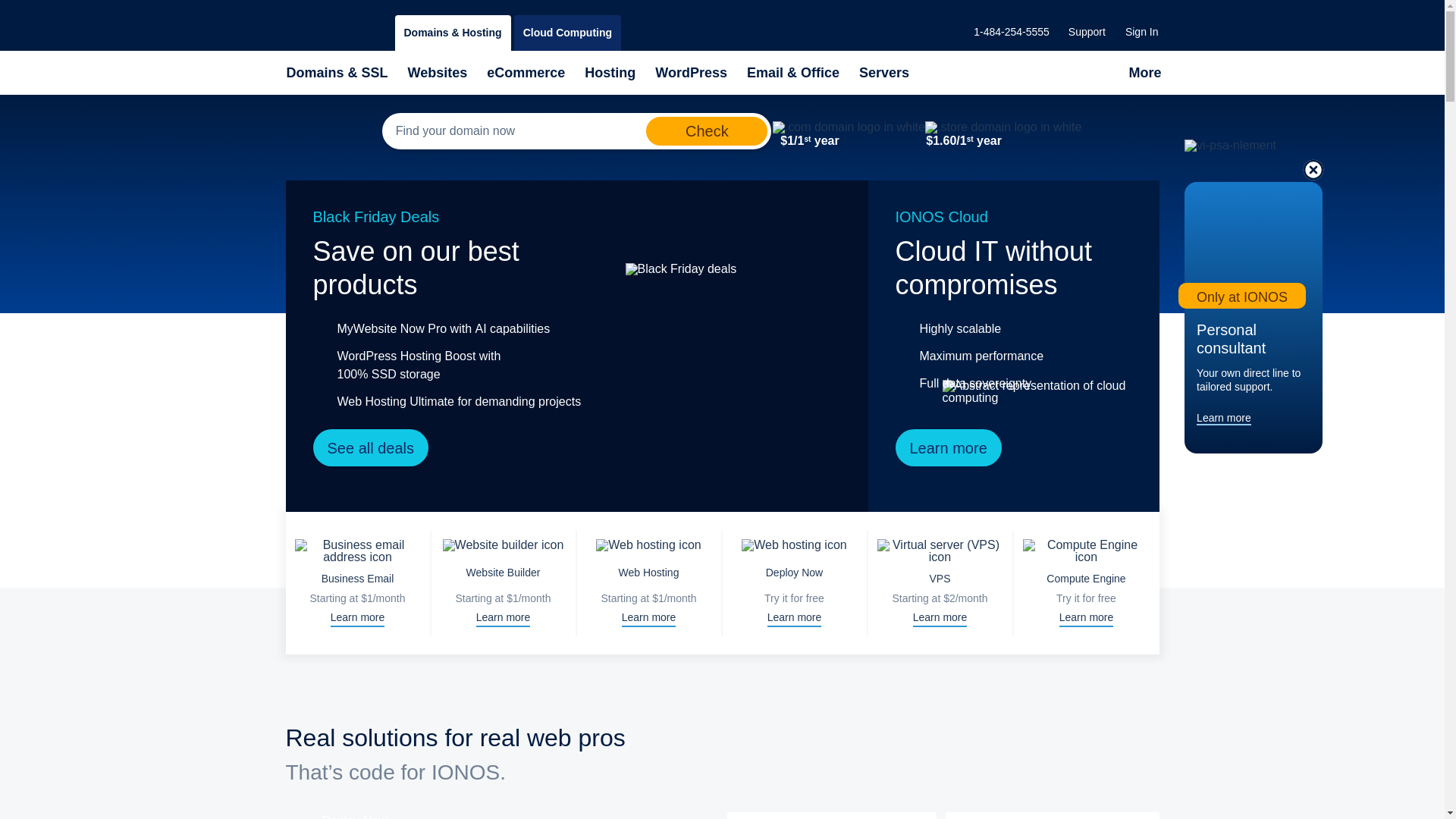 The height and width of the screenshot is (819, 1456). What do you see at coordinates (1086, 32) in the screenshot?
I see `'Support'` at bounding box center [1086, 32].